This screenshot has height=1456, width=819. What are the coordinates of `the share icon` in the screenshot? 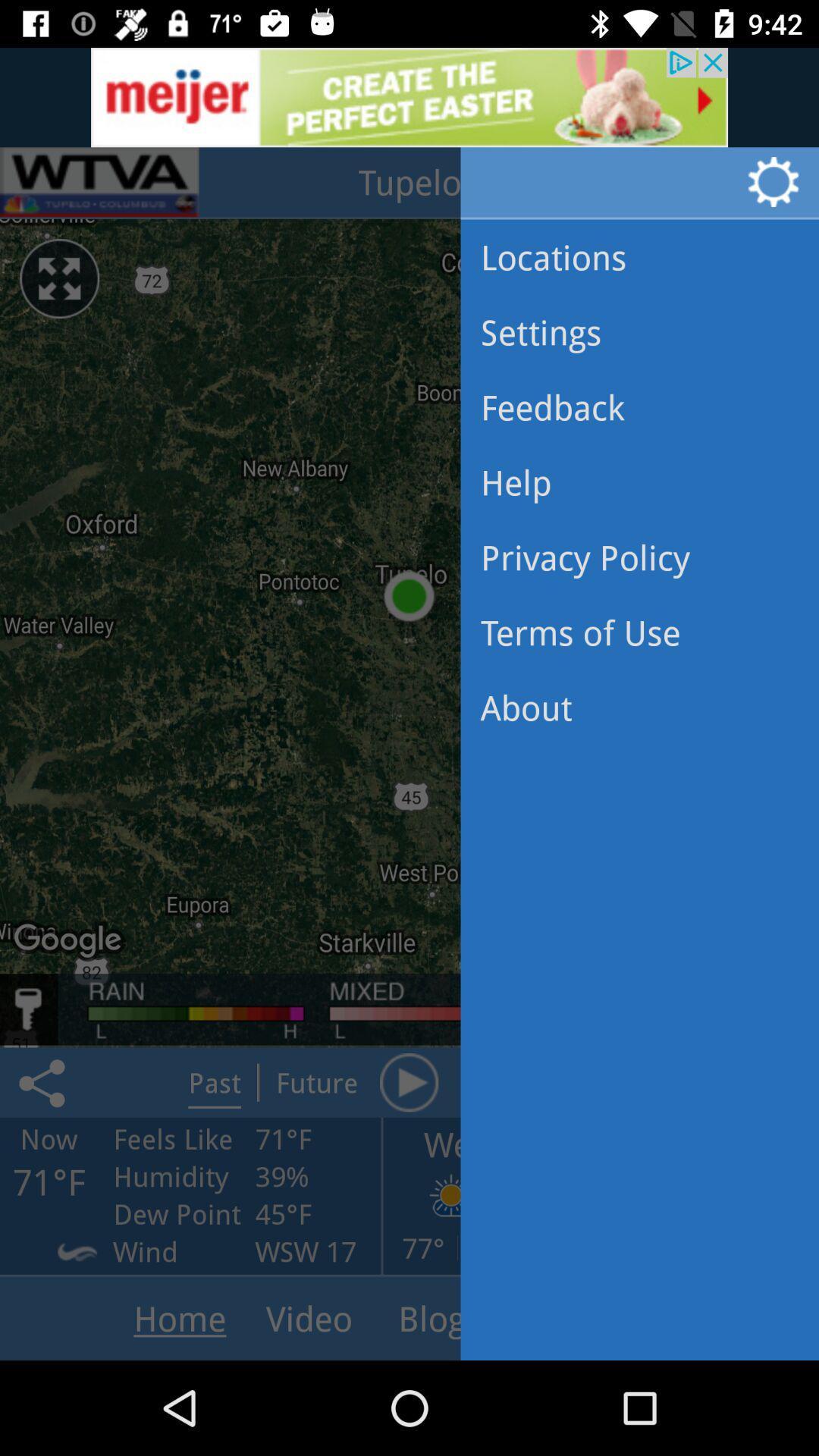 It's located at (44, 1081).